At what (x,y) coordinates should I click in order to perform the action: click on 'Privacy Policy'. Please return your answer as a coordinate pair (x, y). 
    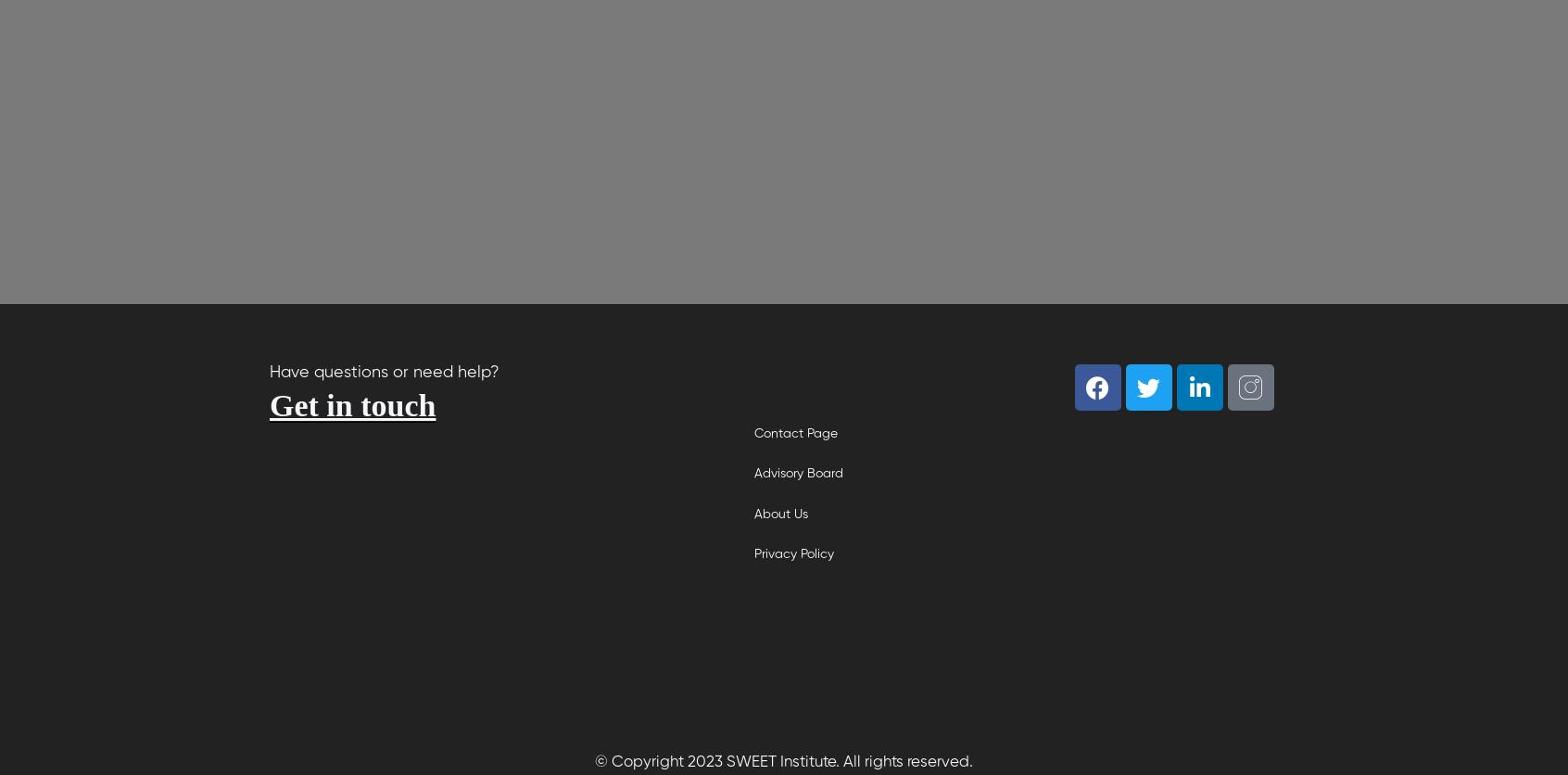
    Looking at the image, I should click on (754, 553).